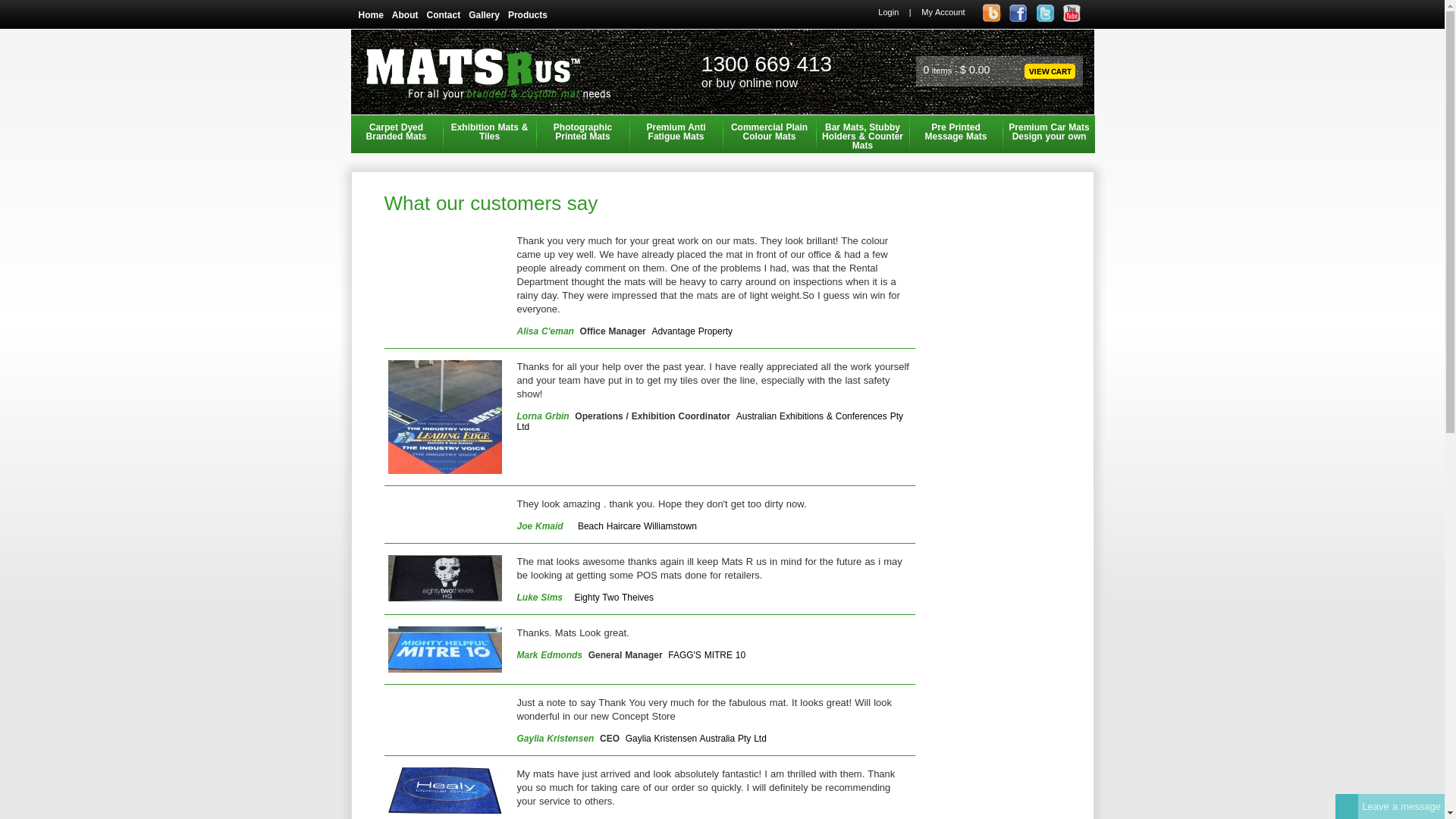 This screenshot has height=819, width=1456. Describe the element at coordinates (396, 133) in the screenshot. I see `'Carpet Dyed Branded Mats'` at that location.